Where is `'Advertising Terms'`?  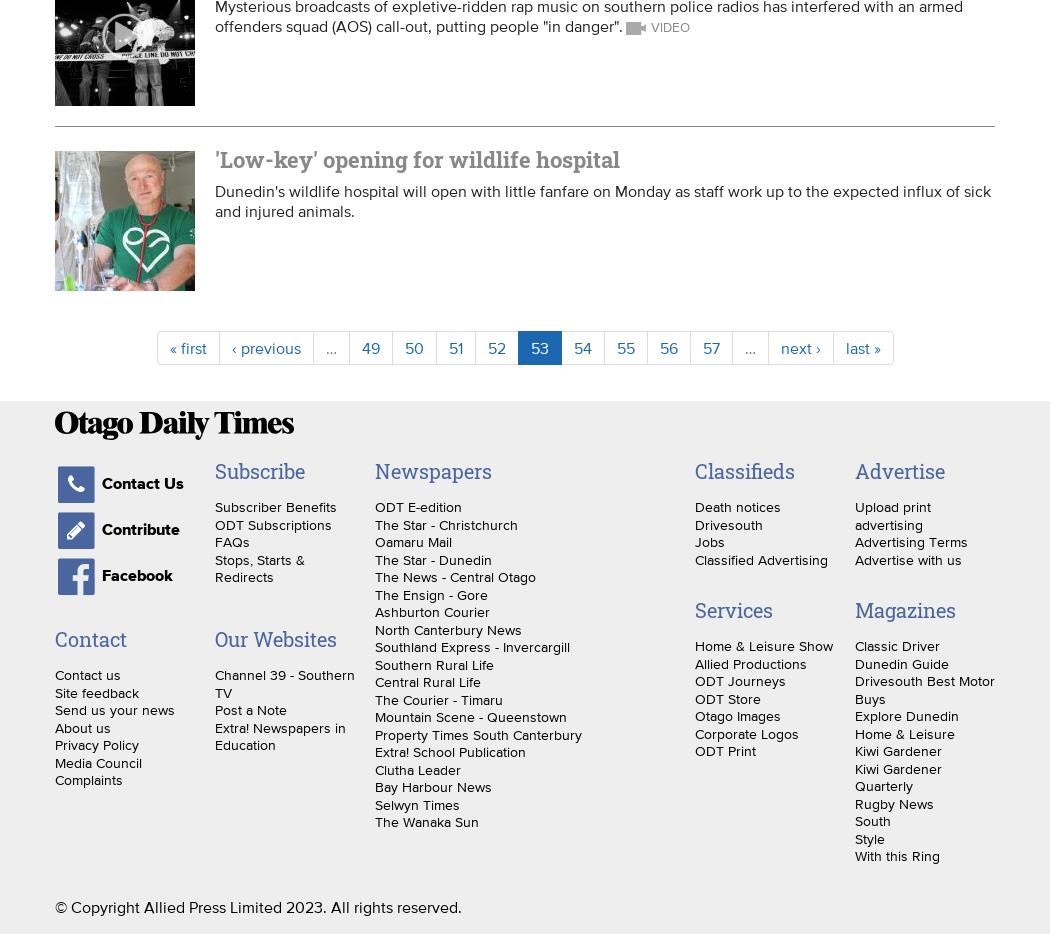
'Advertising Terms' is located at coordinates (910, 542).